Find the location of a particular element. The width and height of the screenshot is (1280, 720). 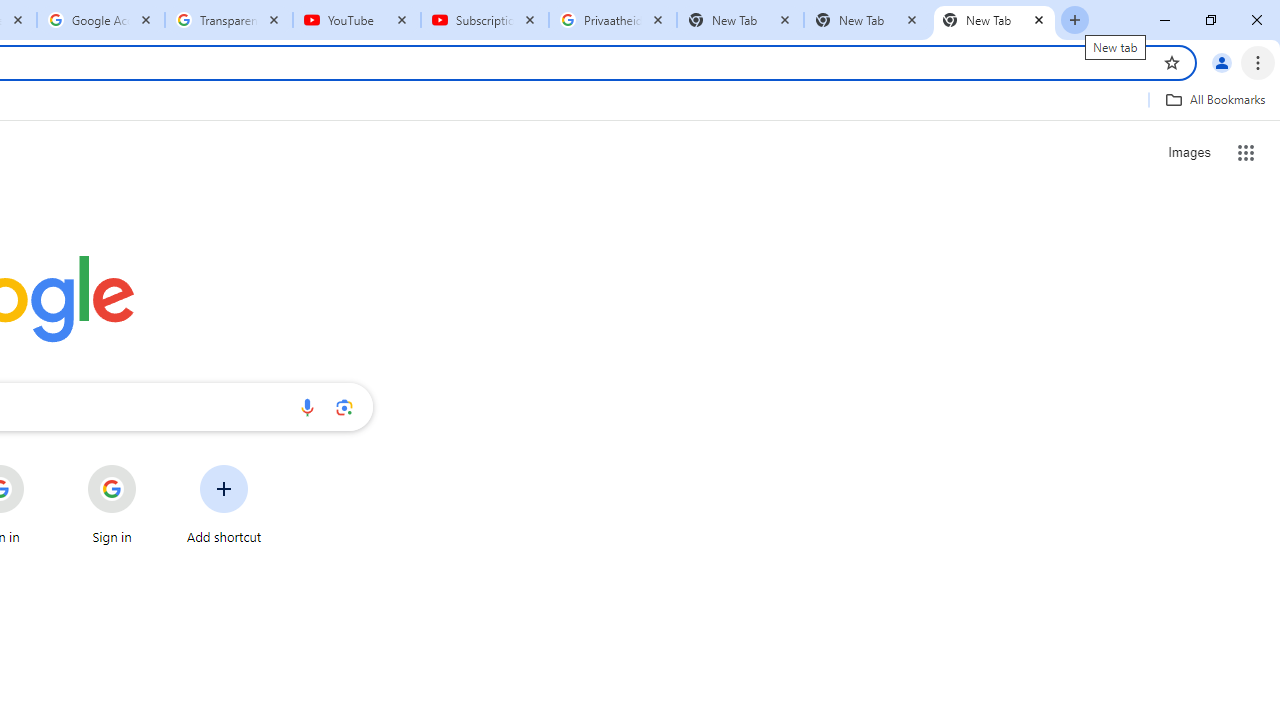

'More actions for Sign in shortcut' is located at coordinates (151, 466).